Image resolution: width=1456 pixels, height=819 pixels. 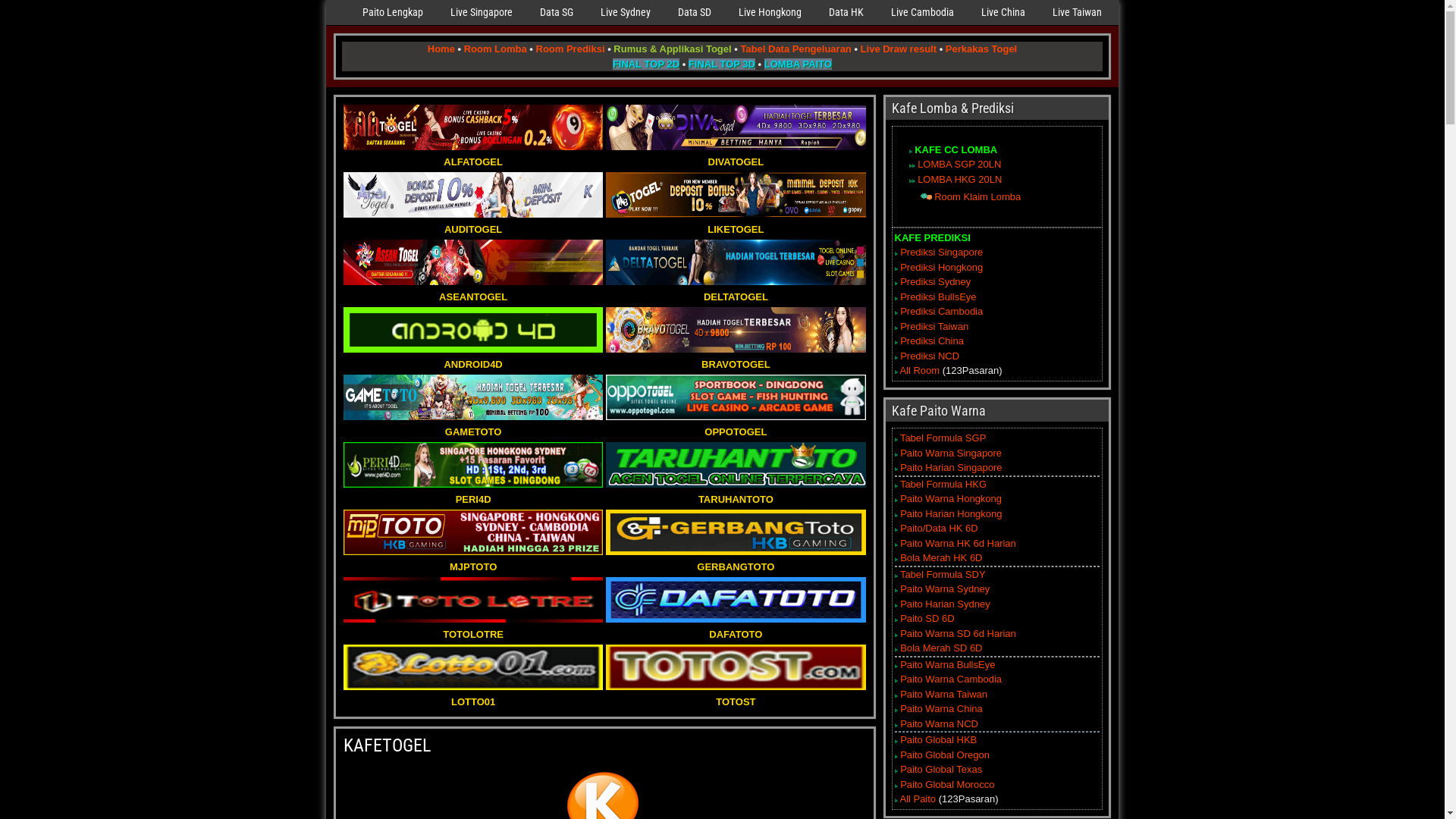 I want to click on 'Room Lomba', so click(x=463, y=48).